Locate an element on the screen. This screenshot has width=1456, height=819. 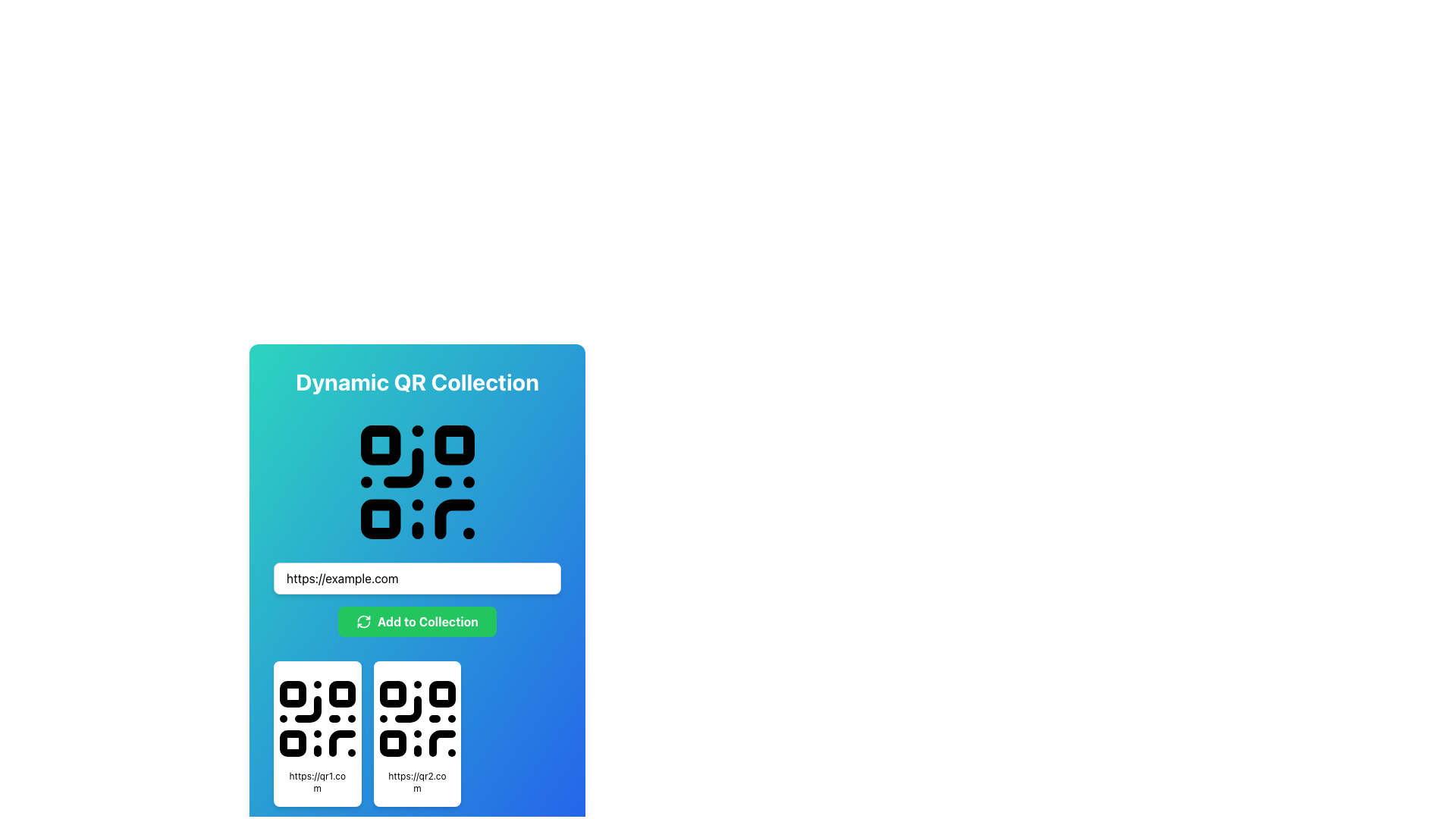
the top-left small square with rounded corners, black in color, located within the bottom-right QR code graphic, which is part of the design above the URL 'https://qr2.com' is located at coordinates (393, 693).